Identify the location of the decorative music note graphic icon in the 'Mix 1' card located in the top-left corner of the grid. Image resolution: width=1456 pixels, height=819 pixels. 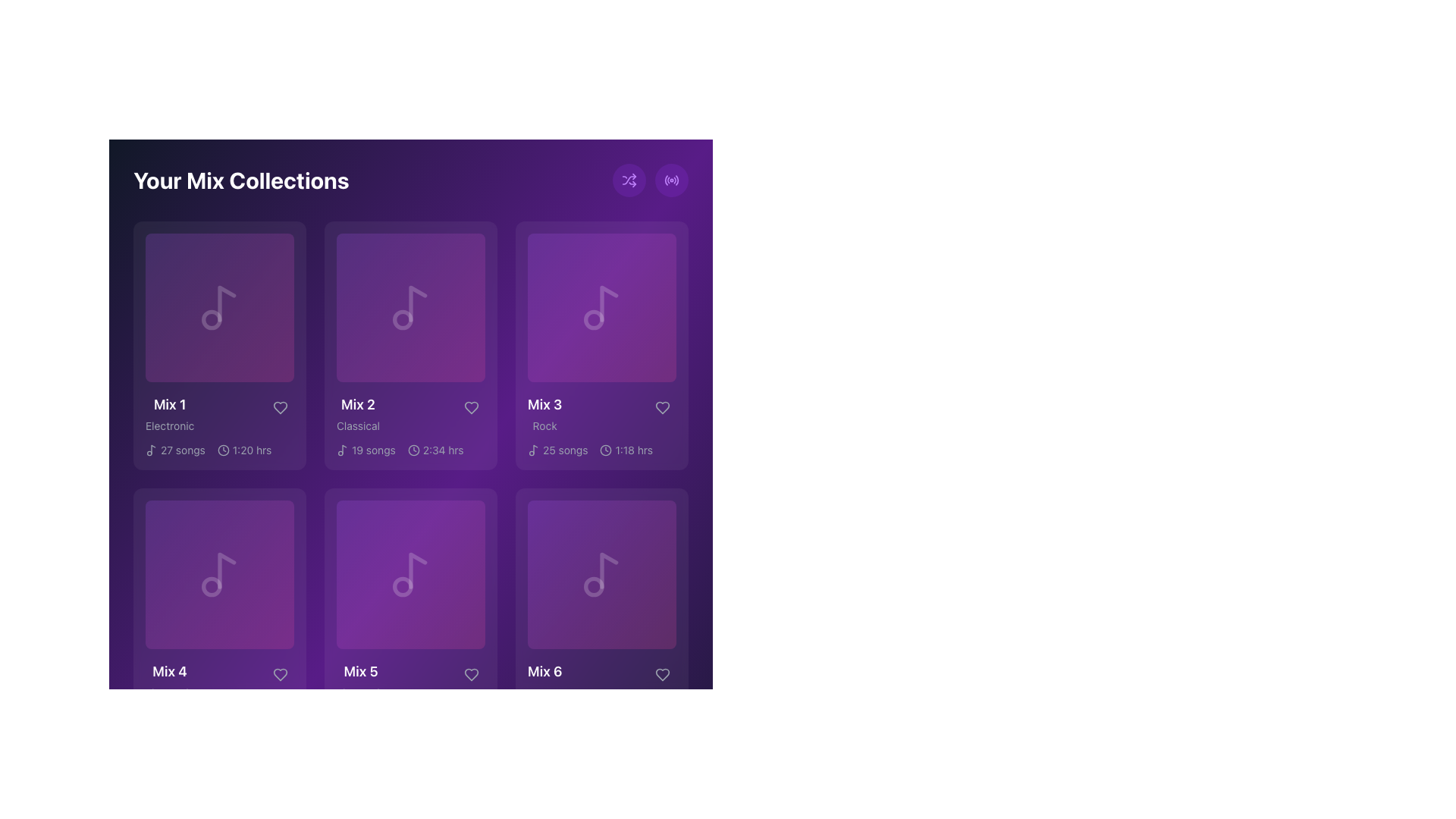
(211, 318).